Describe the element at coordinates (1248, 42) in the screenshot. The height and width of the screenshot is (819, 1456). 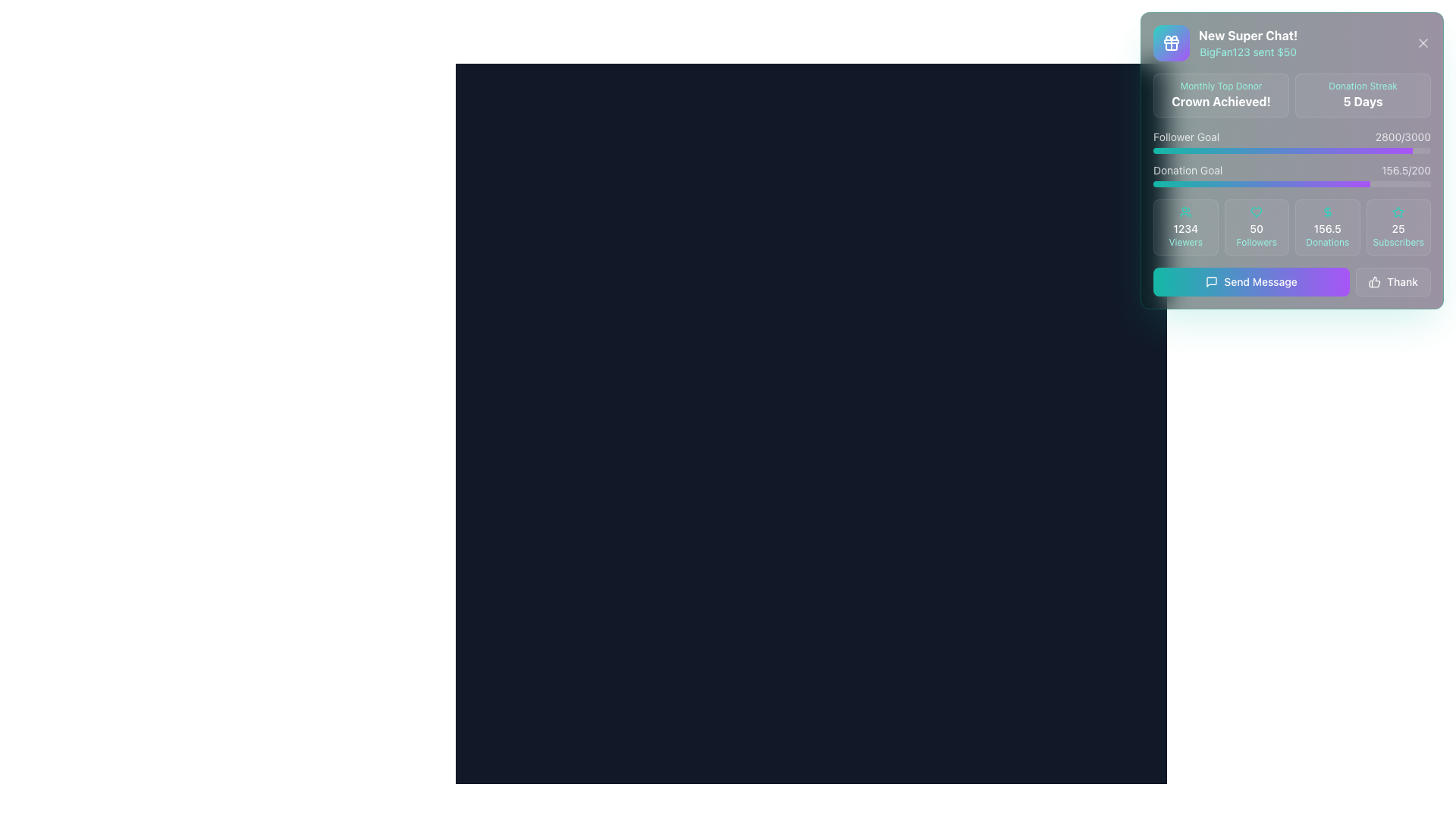
I see `the 'Super Chat' notification text block displaying the username and amount sent, located at the top of the popup card on the right side of the interface` at that location.